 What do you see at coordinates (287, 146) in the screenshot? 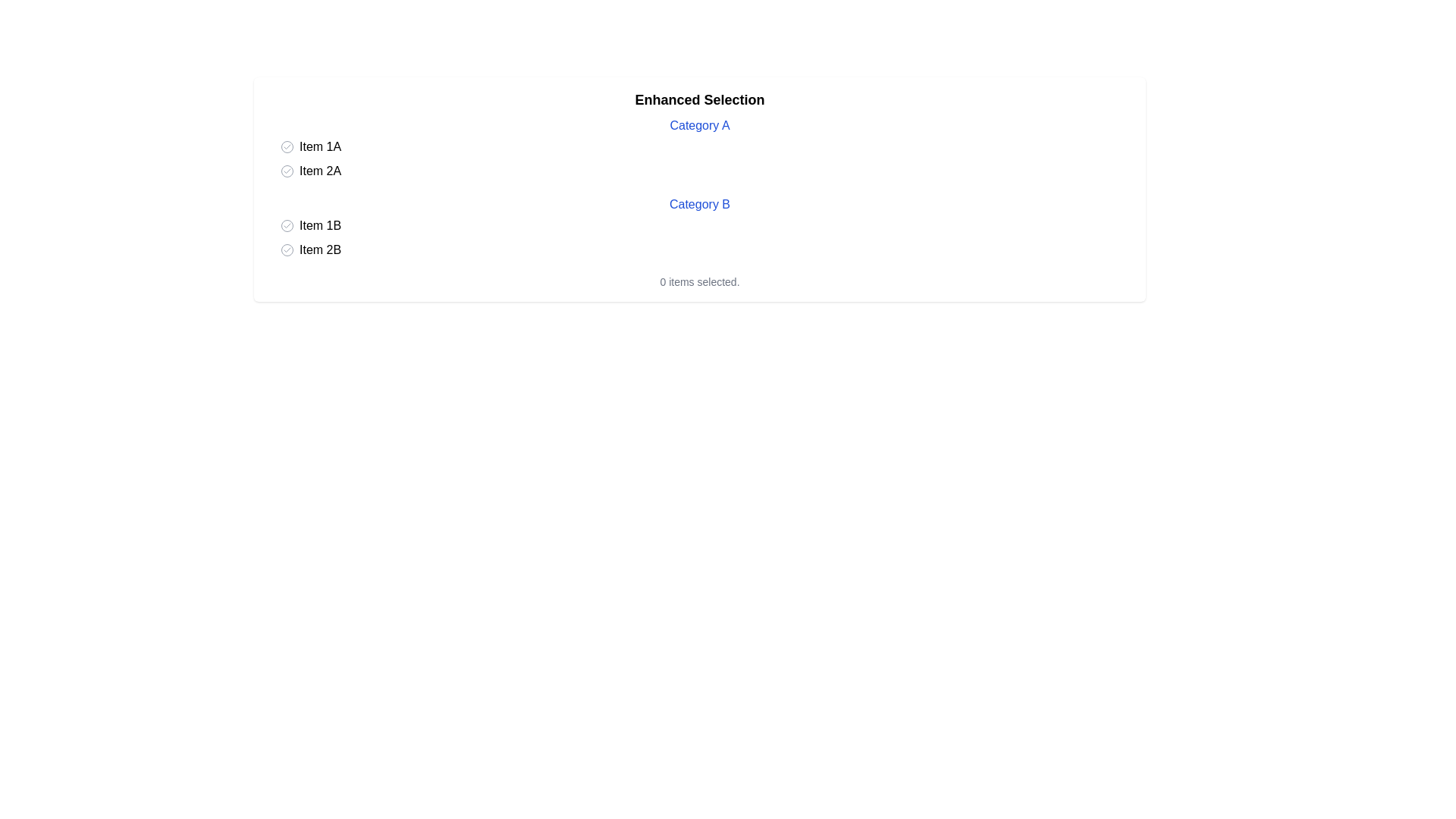
I see `the circular checkbox styled as a selection marker located to the left of the text 'Item 1A' in the 'Category A' section` at bounding box center [287, 146].